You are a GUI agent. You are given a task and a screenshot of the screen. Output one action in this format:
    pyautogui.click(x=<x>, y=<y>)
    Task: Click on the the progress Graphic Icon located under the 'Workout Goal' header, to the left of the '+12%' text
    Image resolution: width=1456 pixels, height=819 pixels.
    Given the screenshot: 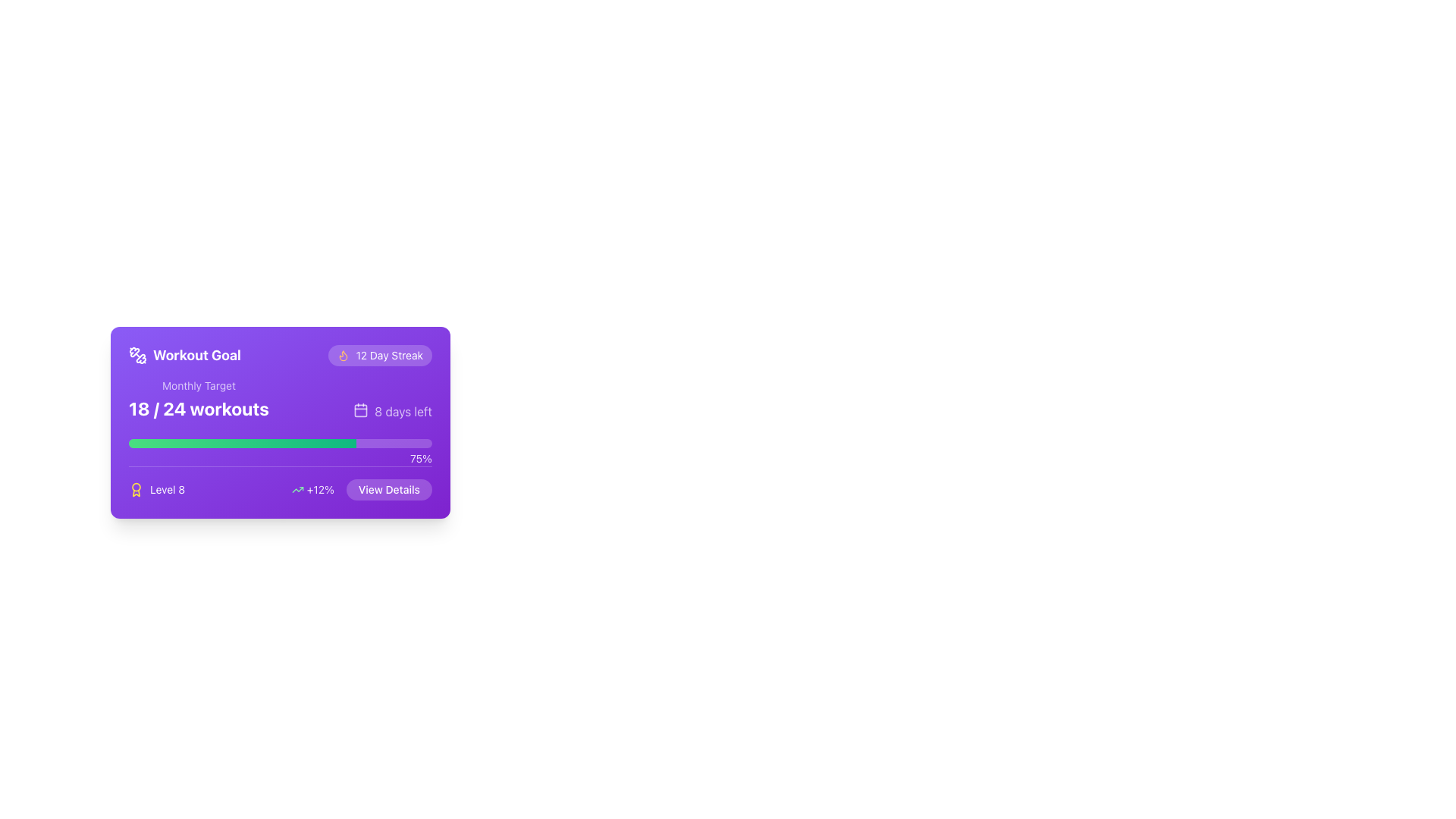 What is the action you would take?
    pyautogui.click(x=297, y=489)
    